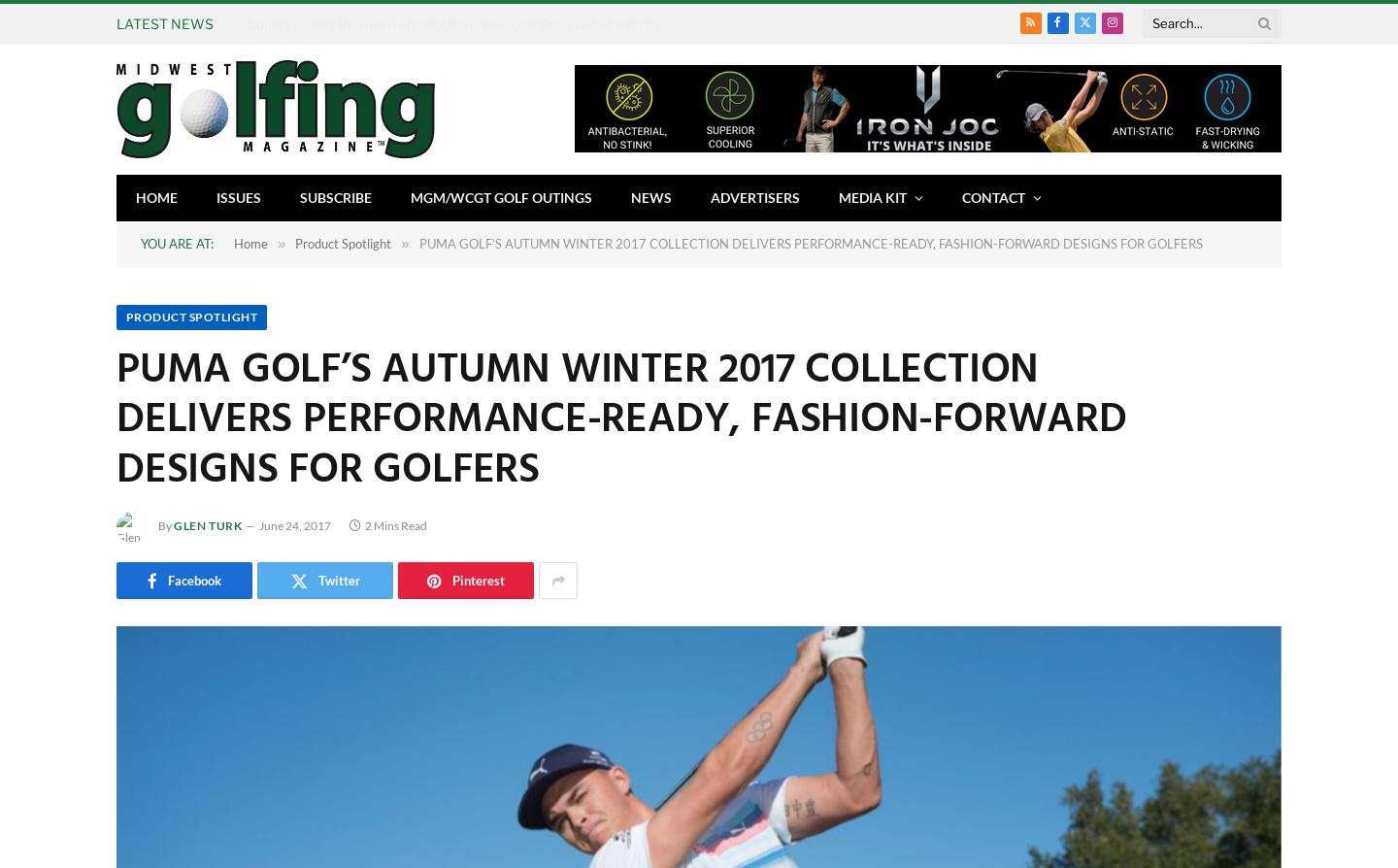  Describe the element at coordinates (140, 243) in the screenshot. I see `'You are at:'` at that location.